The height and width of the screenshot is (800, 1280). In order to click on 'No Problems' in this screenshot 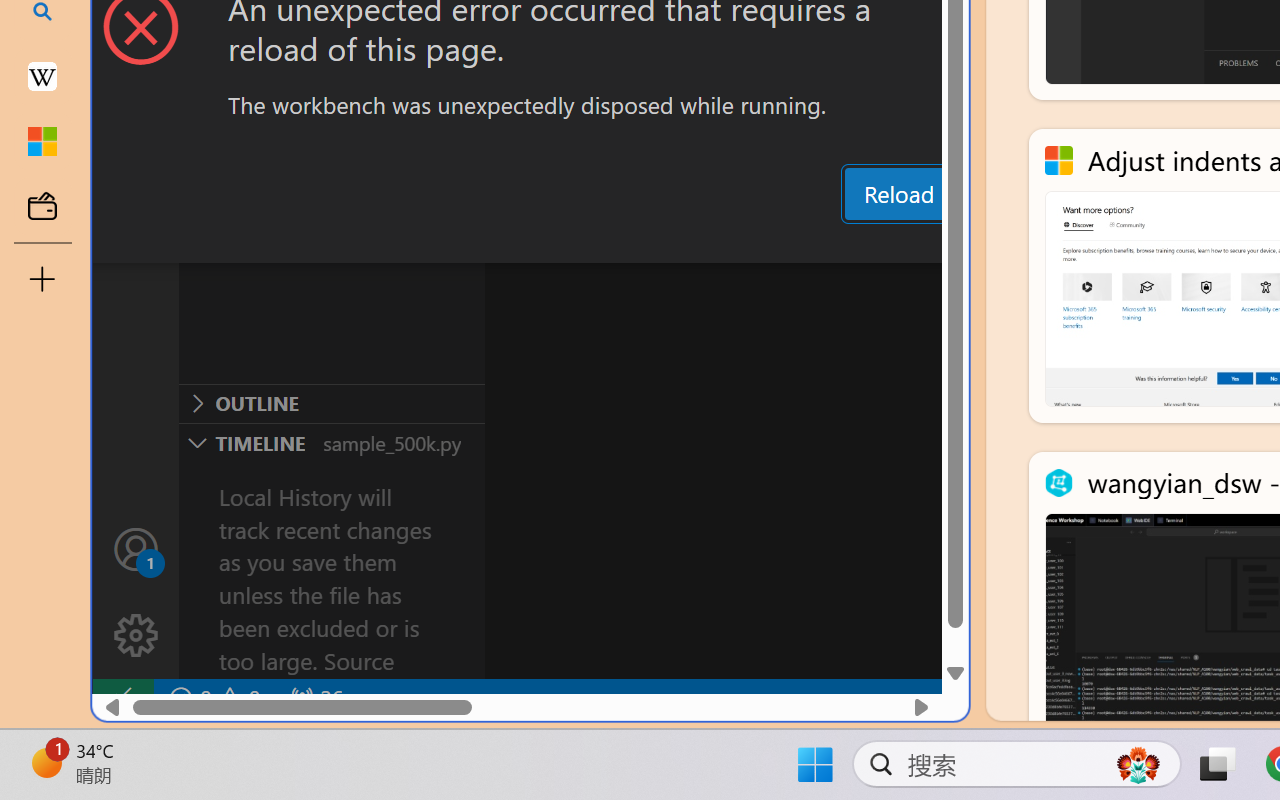, I will do `click(213, 698)`.